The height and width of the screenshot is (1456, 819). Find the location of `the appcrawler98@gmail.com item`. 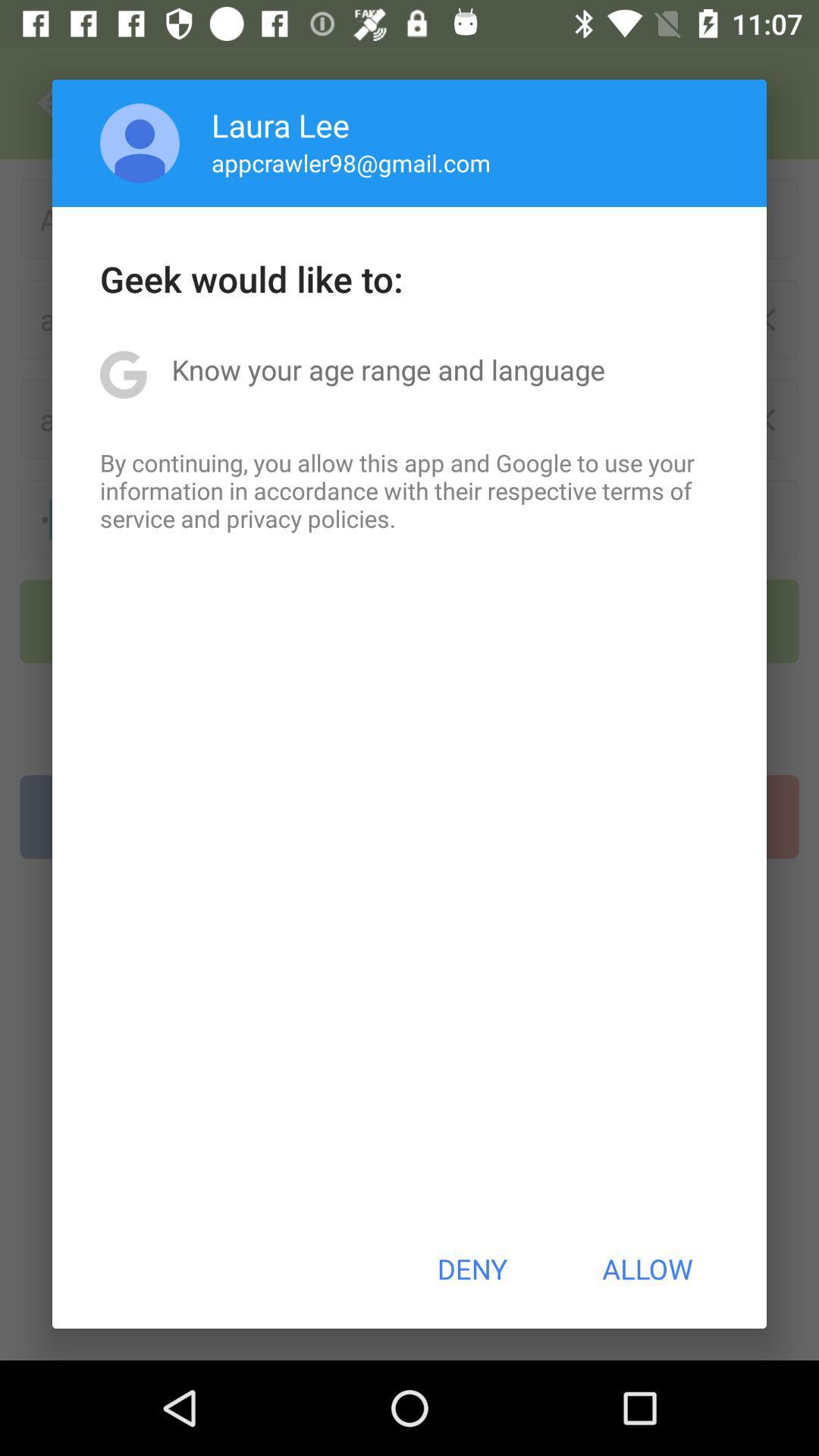

the appcrawler98@gmail.com item is located at coordinates (351, 162).